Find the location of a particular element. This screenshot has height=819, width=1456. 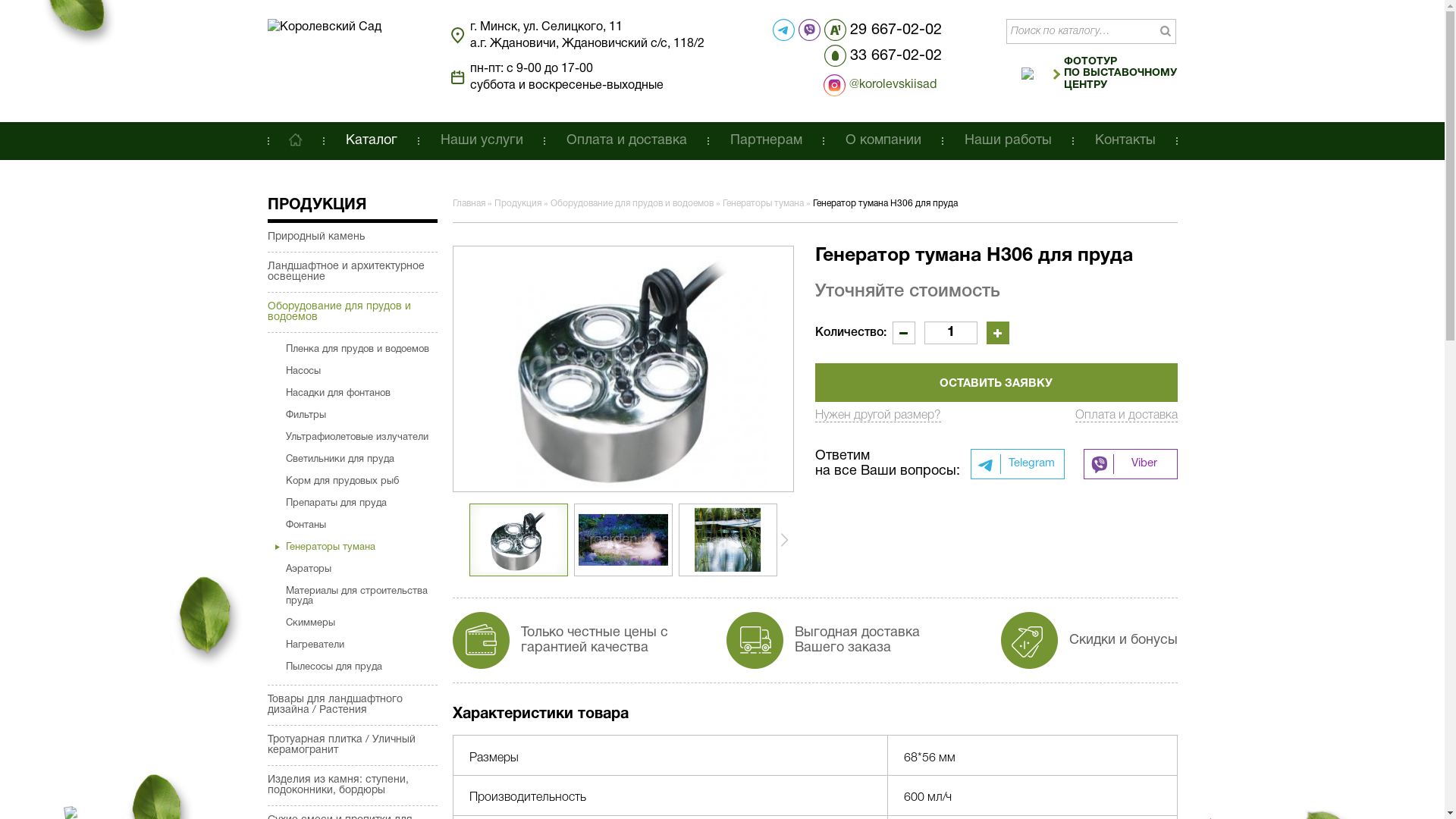

'29 667-02-02' is located at coordinates (823, 30).